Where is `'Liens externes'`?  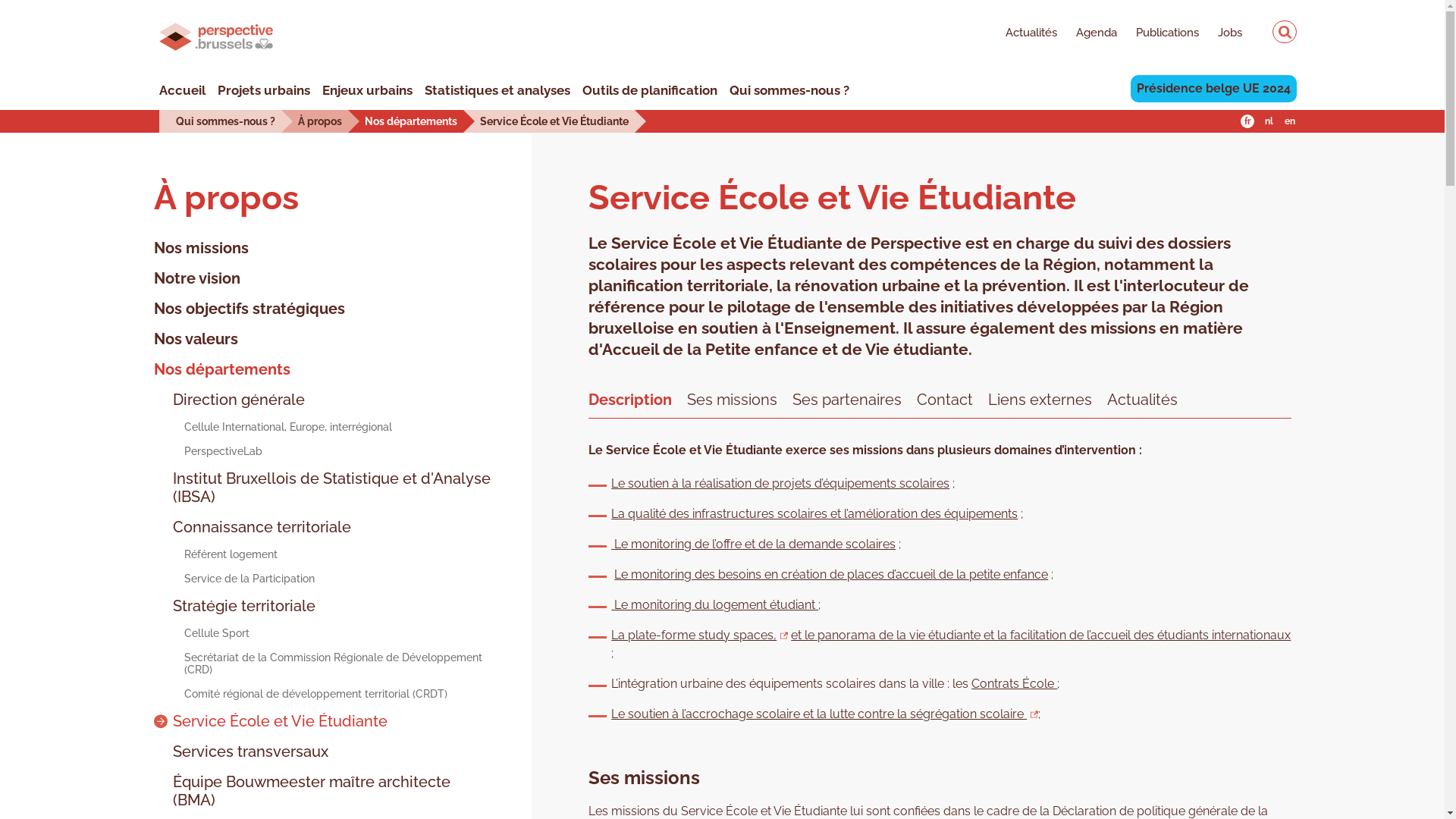
'Liens externes' is located at coordinates (987, 397).